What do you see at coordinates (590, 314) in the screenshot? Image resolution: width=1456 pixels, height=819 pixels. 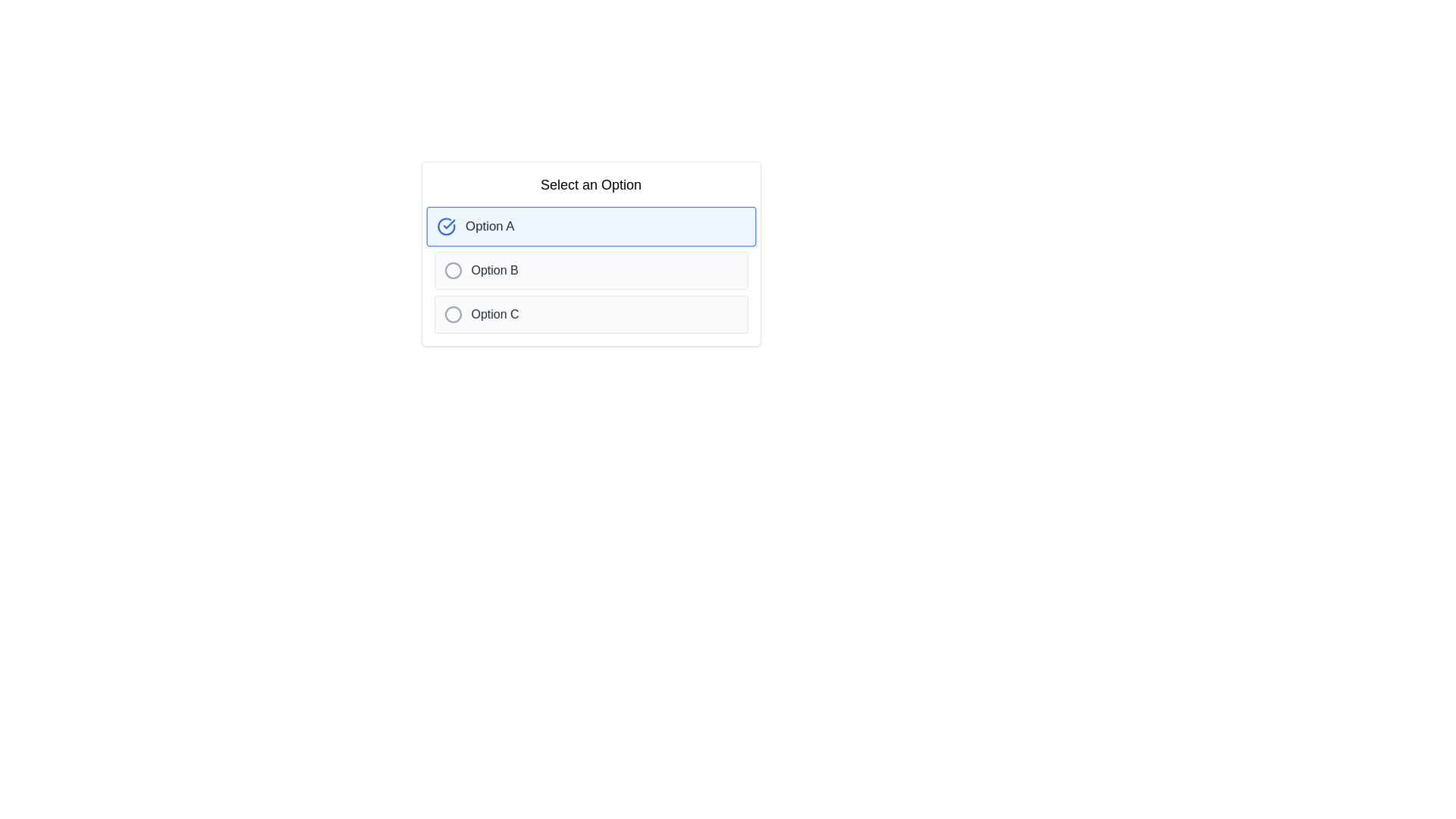 I see `the 'Option C' radio button` at bounding box center [590, 314].